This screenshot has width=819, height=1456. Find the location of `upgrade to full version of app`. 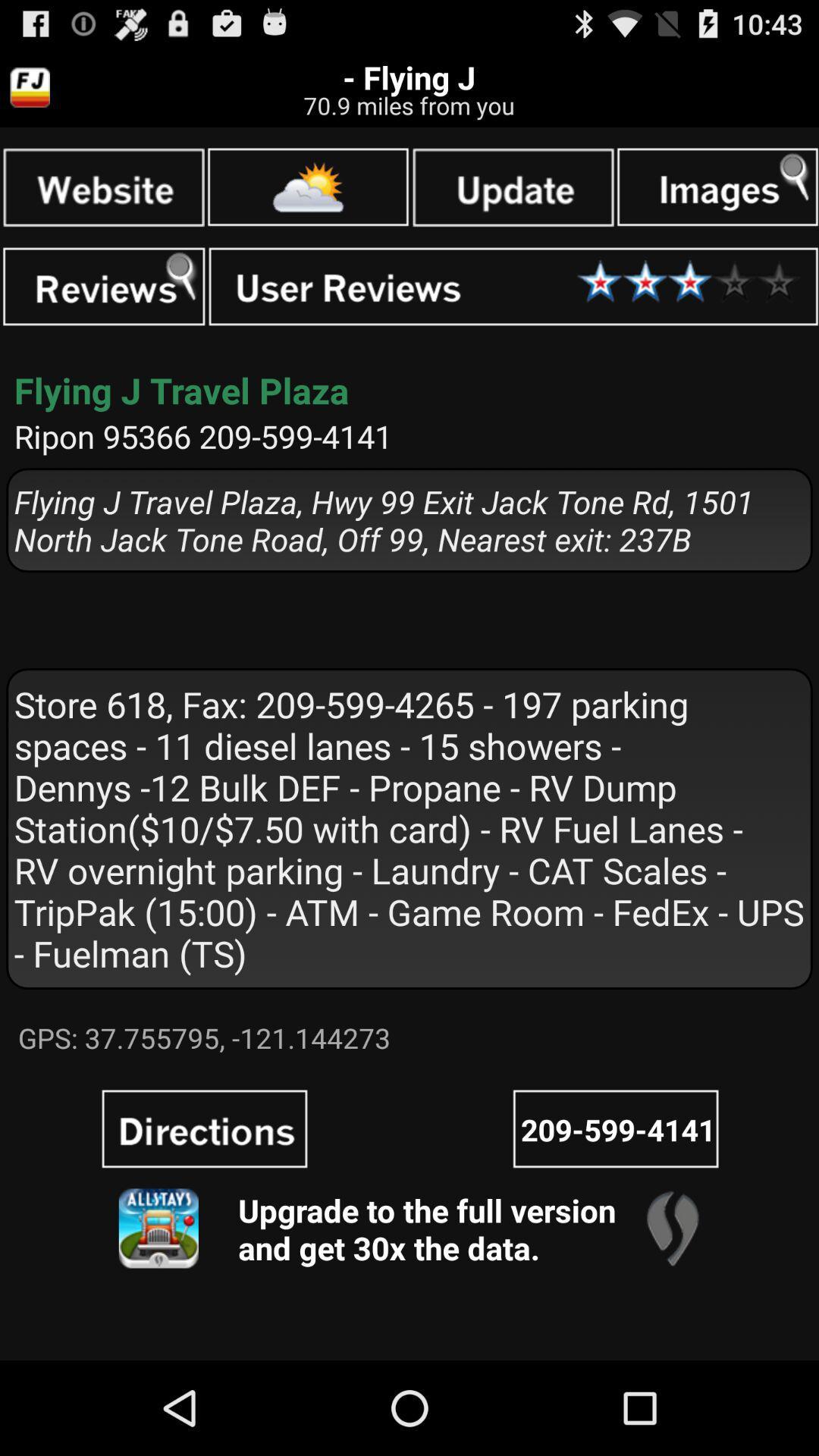

upgrade to full version of app is located at coordinates (158, 1228).